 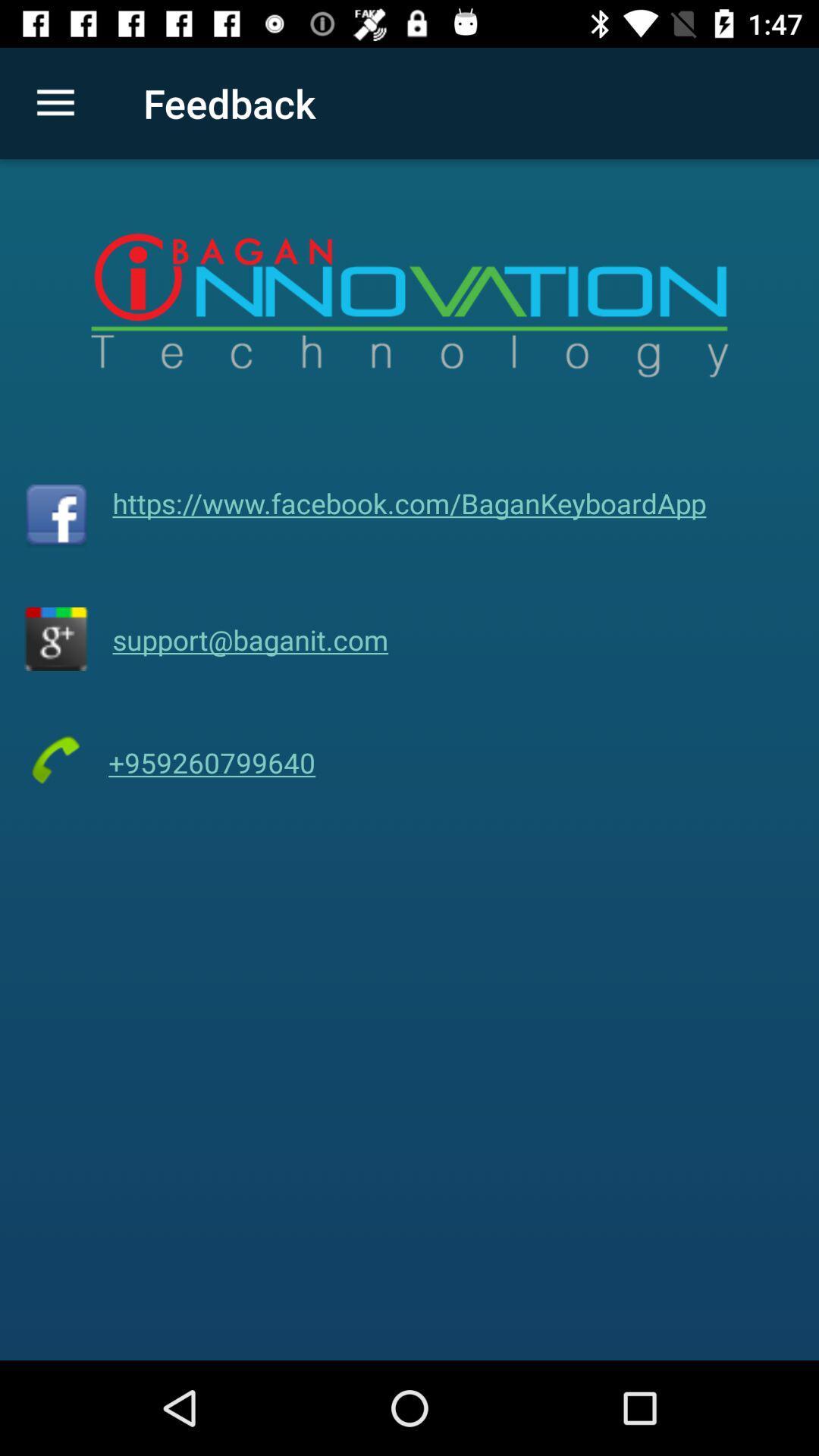 What do you see at coordinates (212, 762) in the screenshot?
I see `+959260799640` at bounding box center [212, 762].